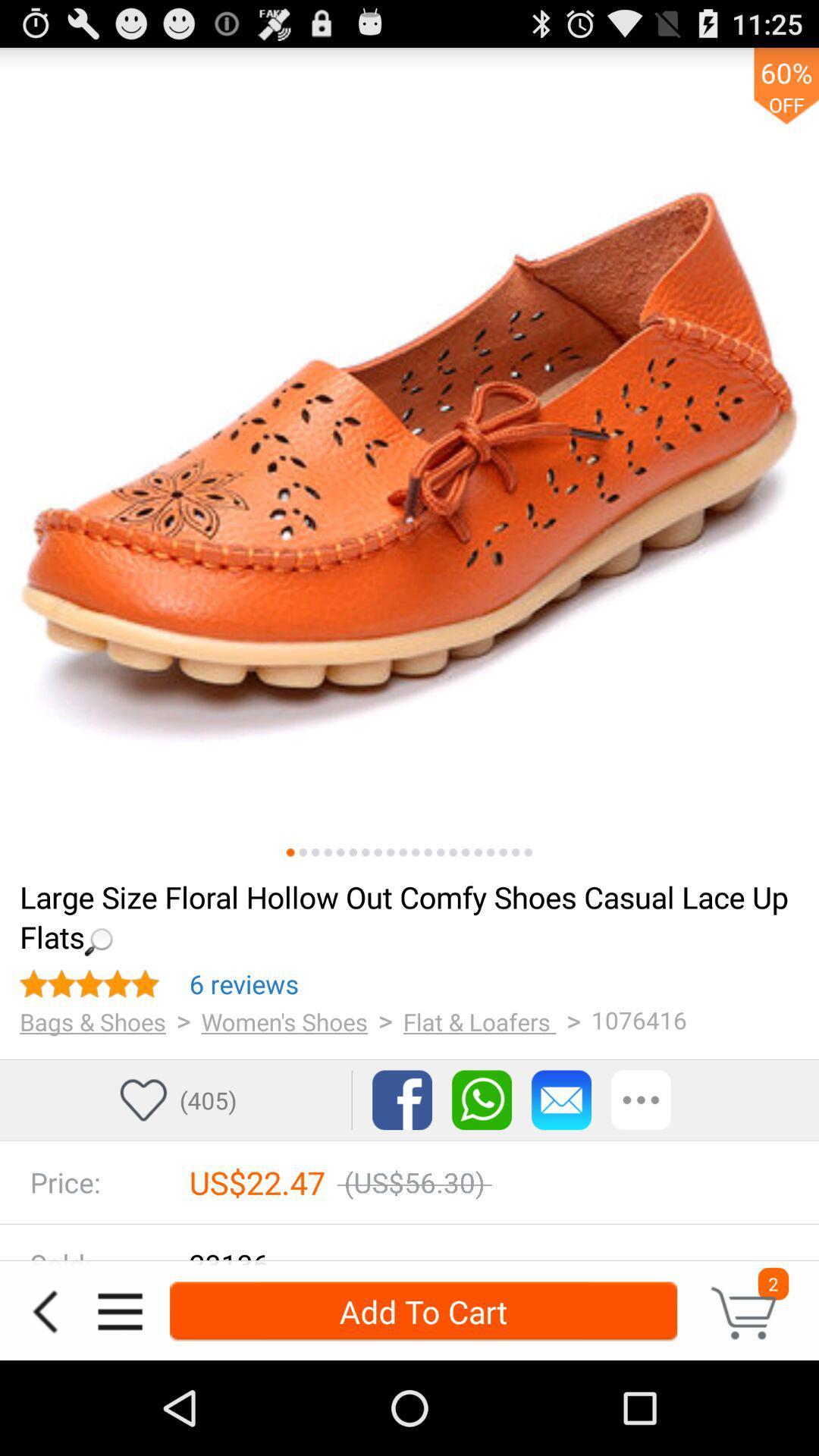 The width and height of the screenshot is (819, 1456). What do you see at coordinates (452, 852) in the screenshot?
I see `next picture` at bounding box center [452, 852].